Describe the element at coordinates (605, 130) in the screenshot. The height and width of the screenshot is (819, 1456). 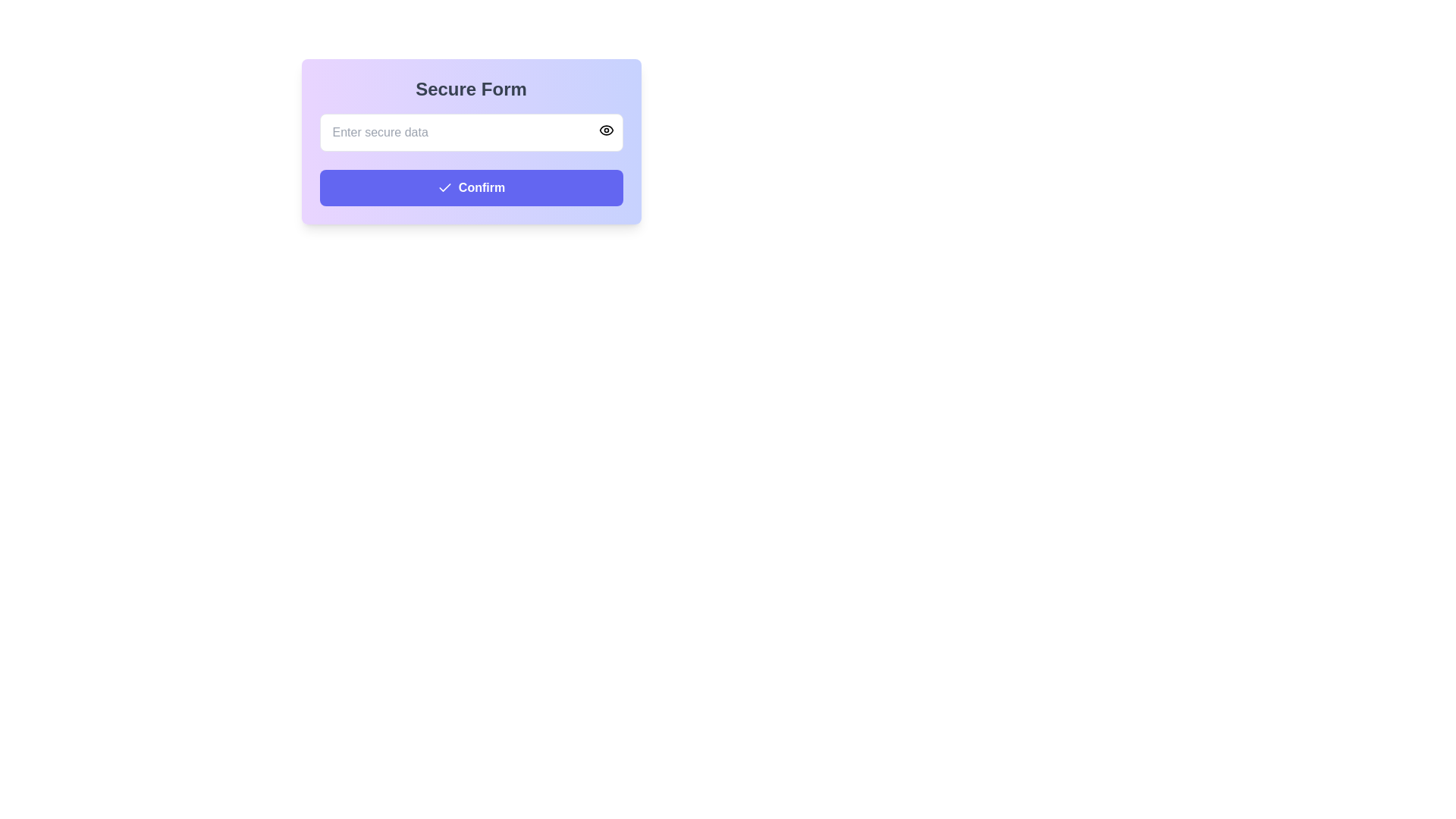
I see `the toggle visibility button located at the top right corner of the password input field to show or hide the password characters` at that location.